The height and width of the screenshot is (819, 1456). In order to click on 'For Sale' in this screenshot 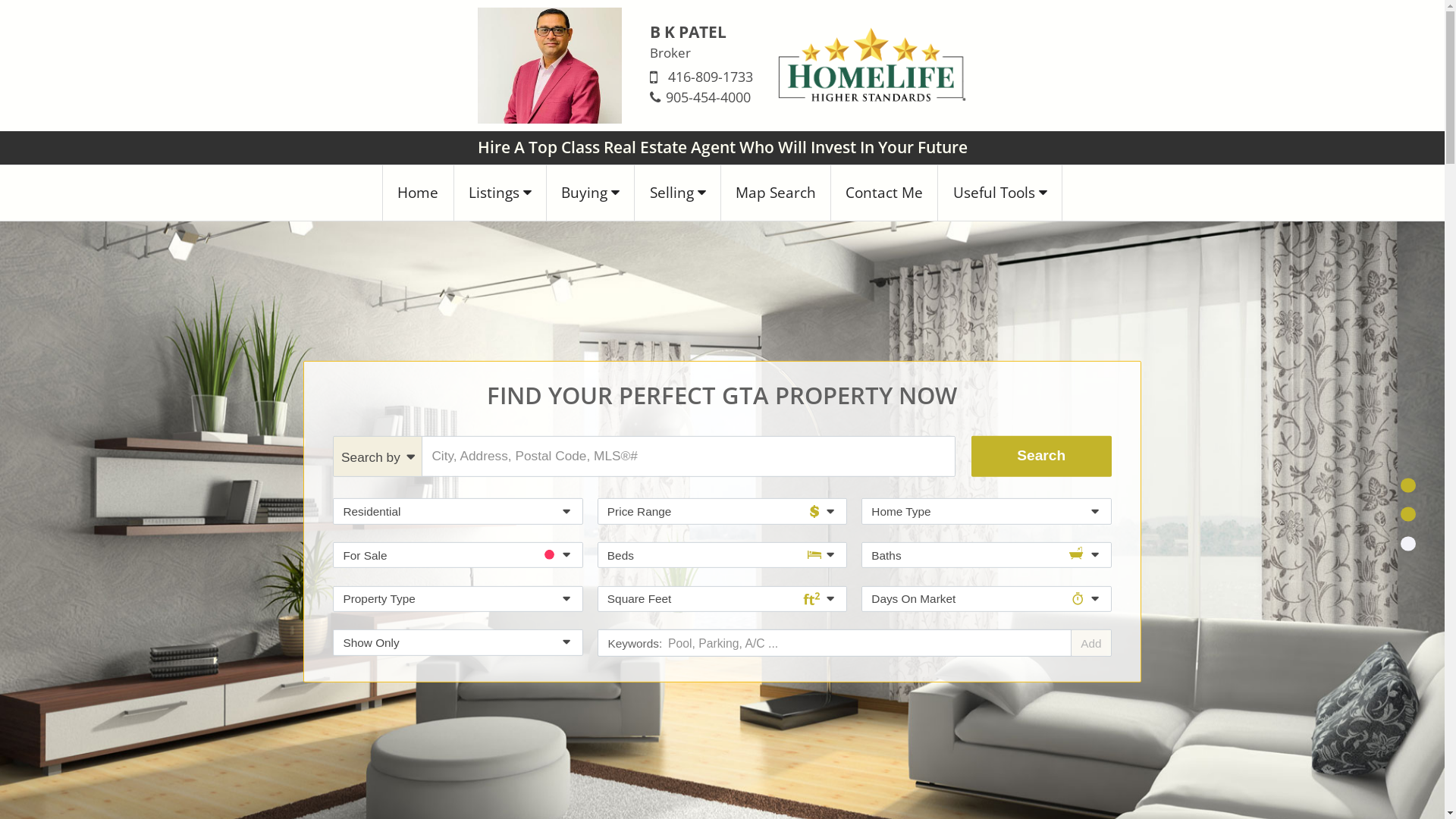, I will do `click(457, 555)`.